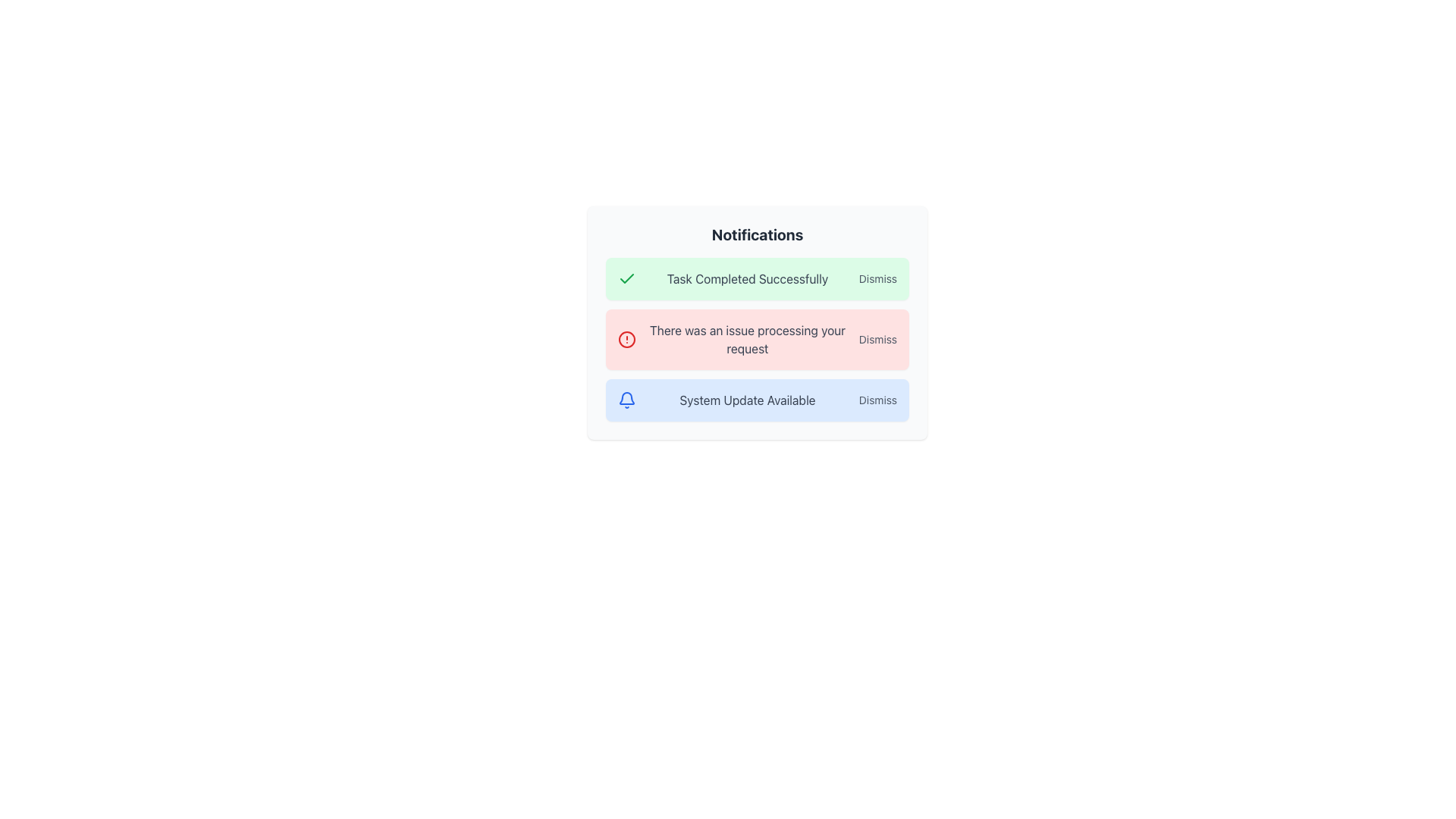  What do you see at coordinates (877, 400) in the screenshot?
I see `the 'Dismiss' button, which is styled with a small gray font and changes color on hover, located at the far right end of the blue notification bar indicating a system update` at bounding box center [877, 400].